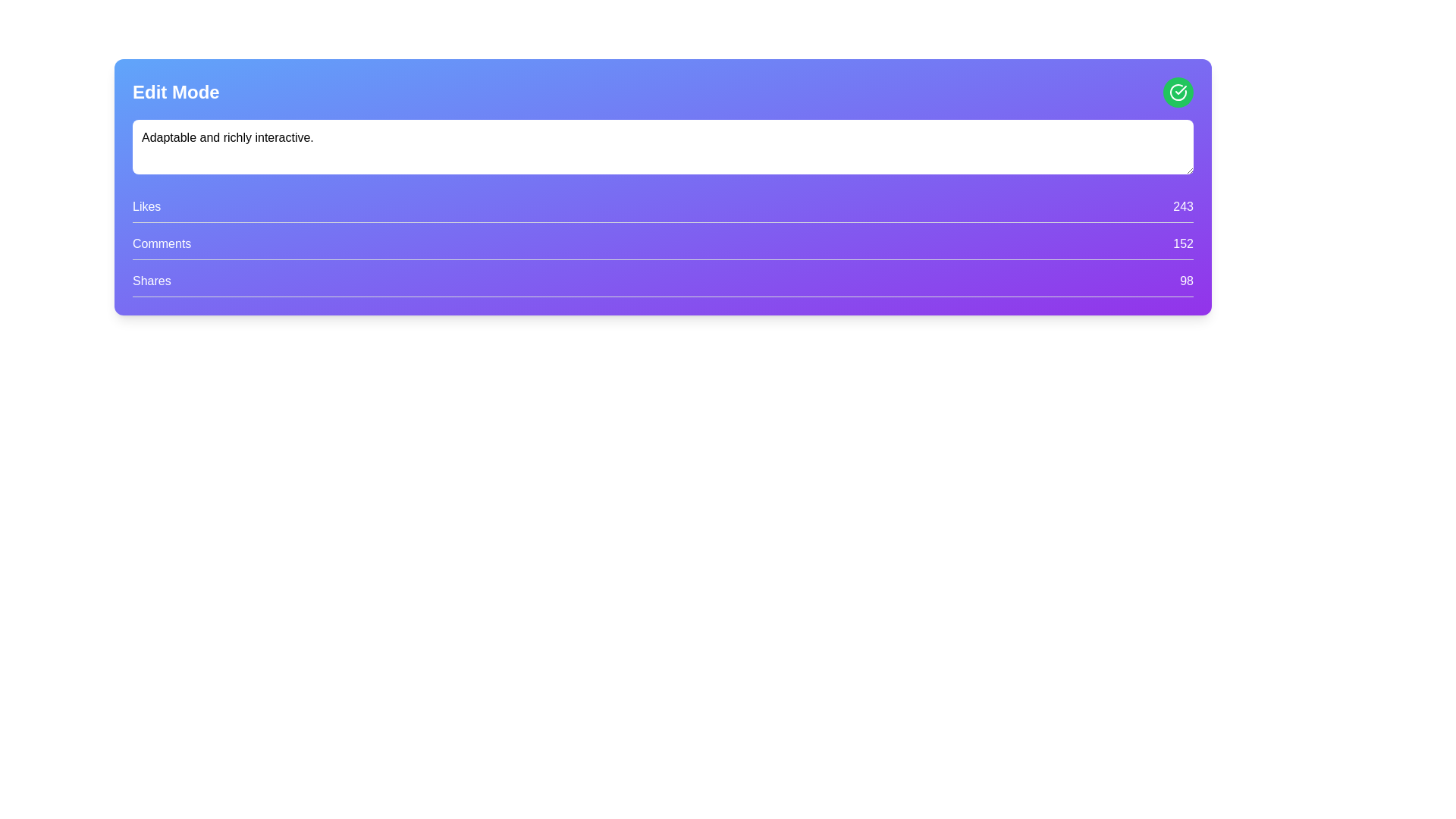 This screenshot has height=819, width=1456. What do you see at coordinates (1180, 90) in the screenshot?
I see `the SVG checkmark icon within the circular outline located in the top-right corner of the card-like component` at bounding box center [1180, 90].